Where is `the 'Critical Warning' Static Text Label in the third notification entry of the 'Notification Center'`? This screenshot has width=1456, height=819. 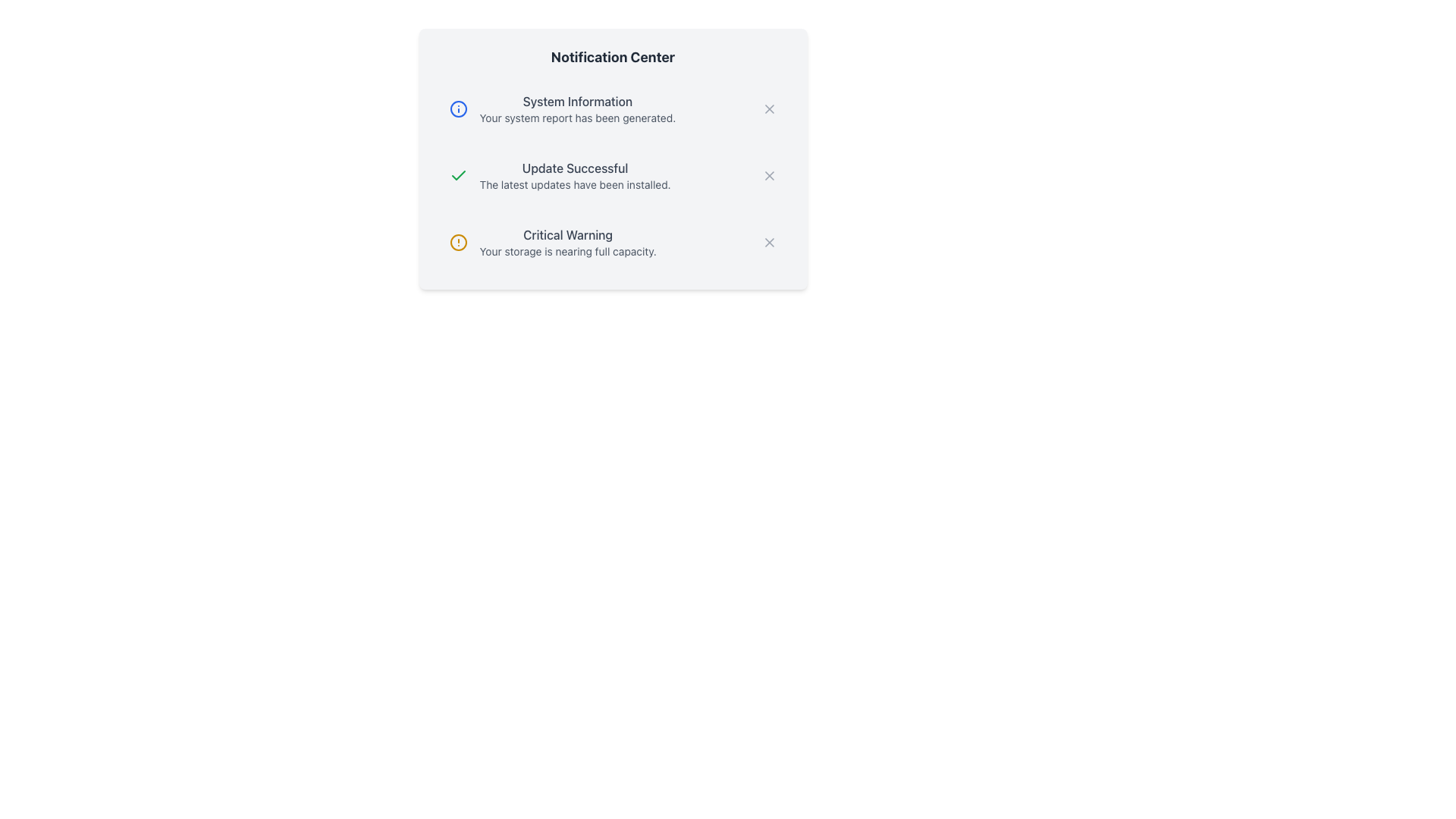
the 'Critical Warning' Static Text Label in the third notification entry of the 'Notification Center' is located at coordinates (567, 234).